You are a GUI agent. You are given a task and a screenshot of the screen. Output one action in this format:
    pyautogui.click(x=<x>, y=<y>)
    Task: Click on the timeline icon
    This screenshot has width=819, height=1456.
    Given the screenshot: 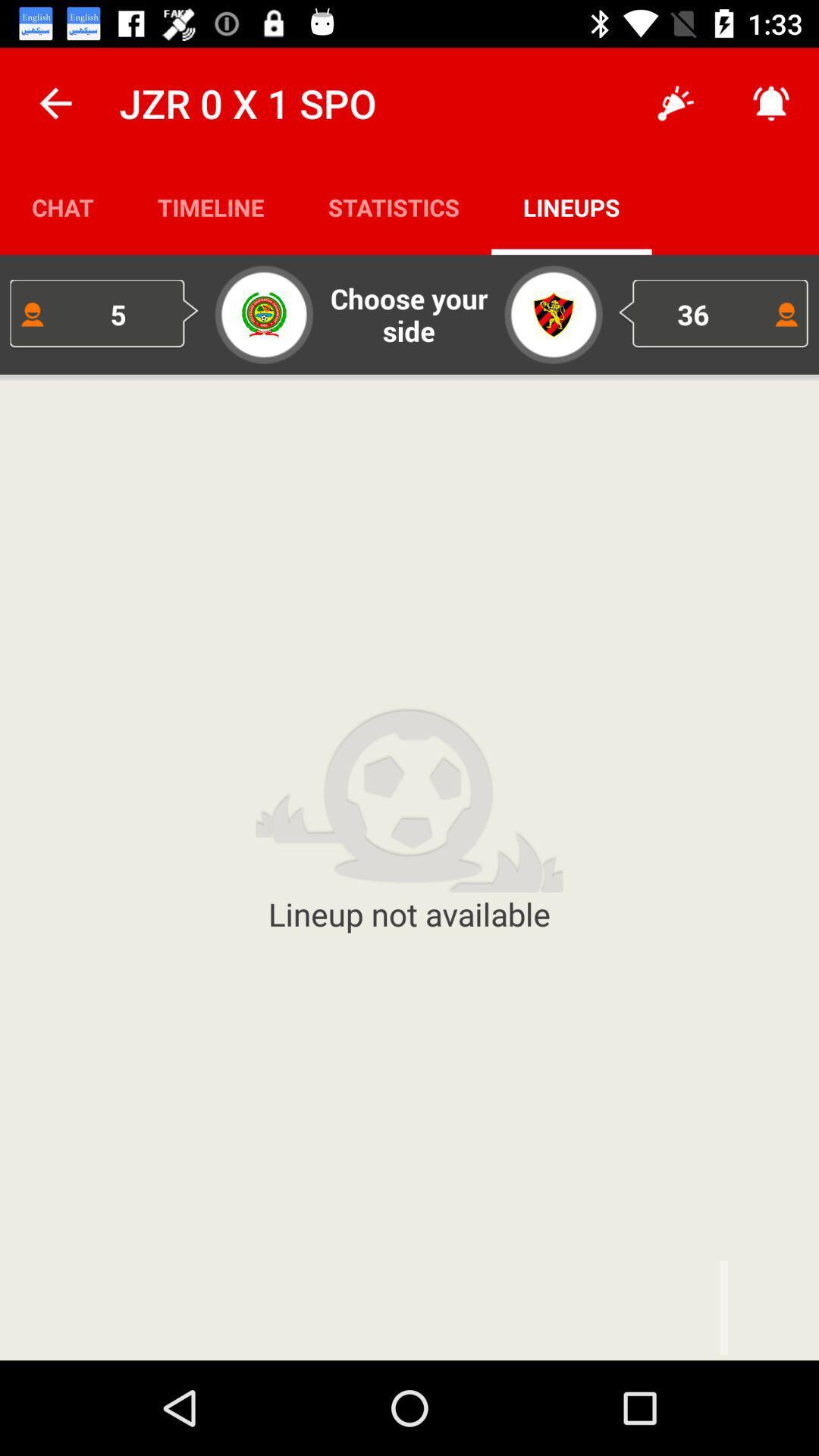 What is the action you would take?
    pyautogui.click(x=211, y=206)
    